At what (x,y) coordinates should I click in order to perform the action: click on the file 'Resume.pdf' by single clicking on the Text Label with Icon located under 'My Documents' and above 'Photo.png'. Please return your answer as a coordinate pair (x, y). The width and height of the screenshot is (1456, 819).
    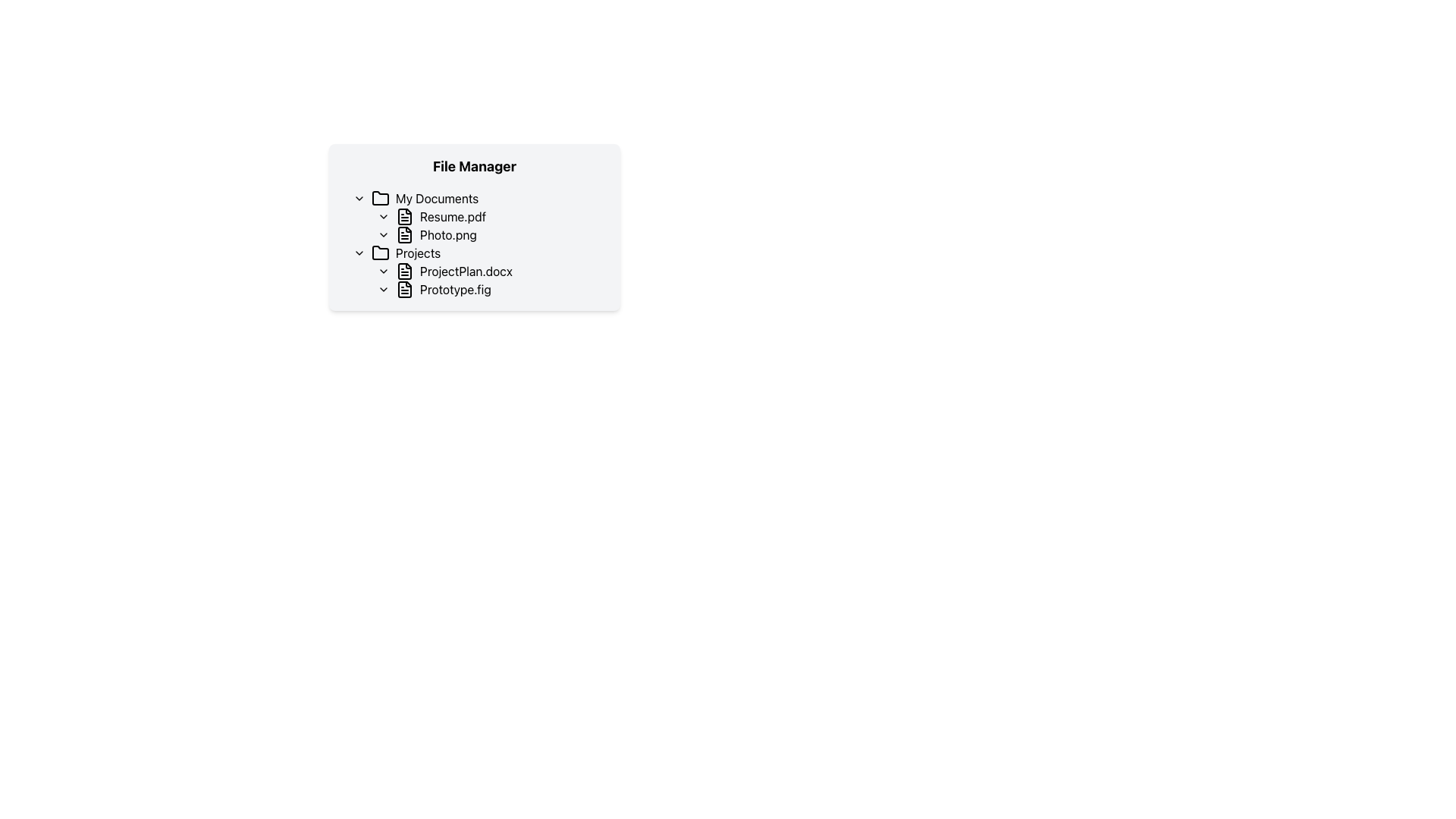
    Looking at the image, I should click on (440, 216).